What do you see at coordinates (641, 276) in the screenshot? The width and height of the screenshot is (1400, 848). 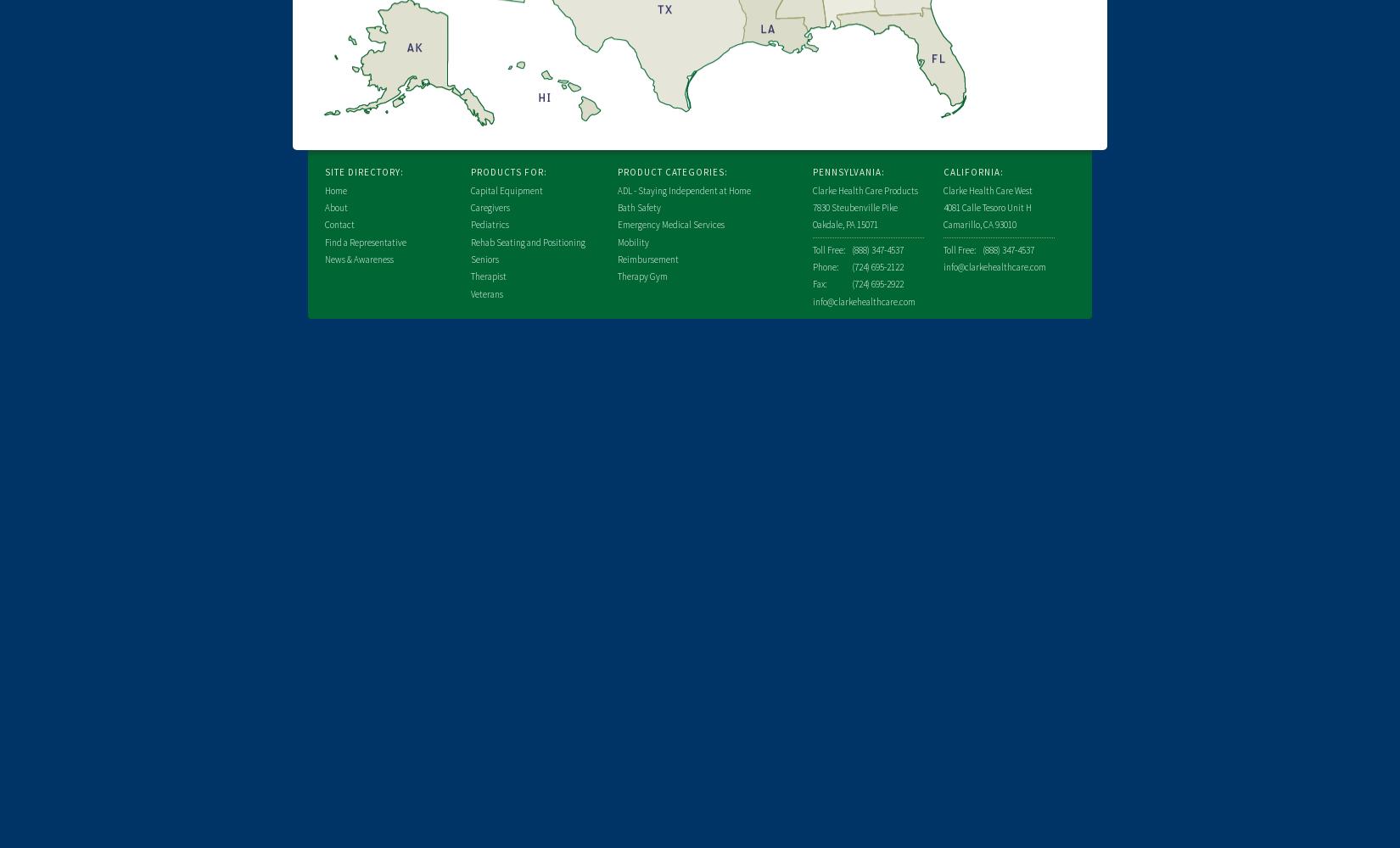 I see `'Therapy Gym'` at bounding box center [641, 276].